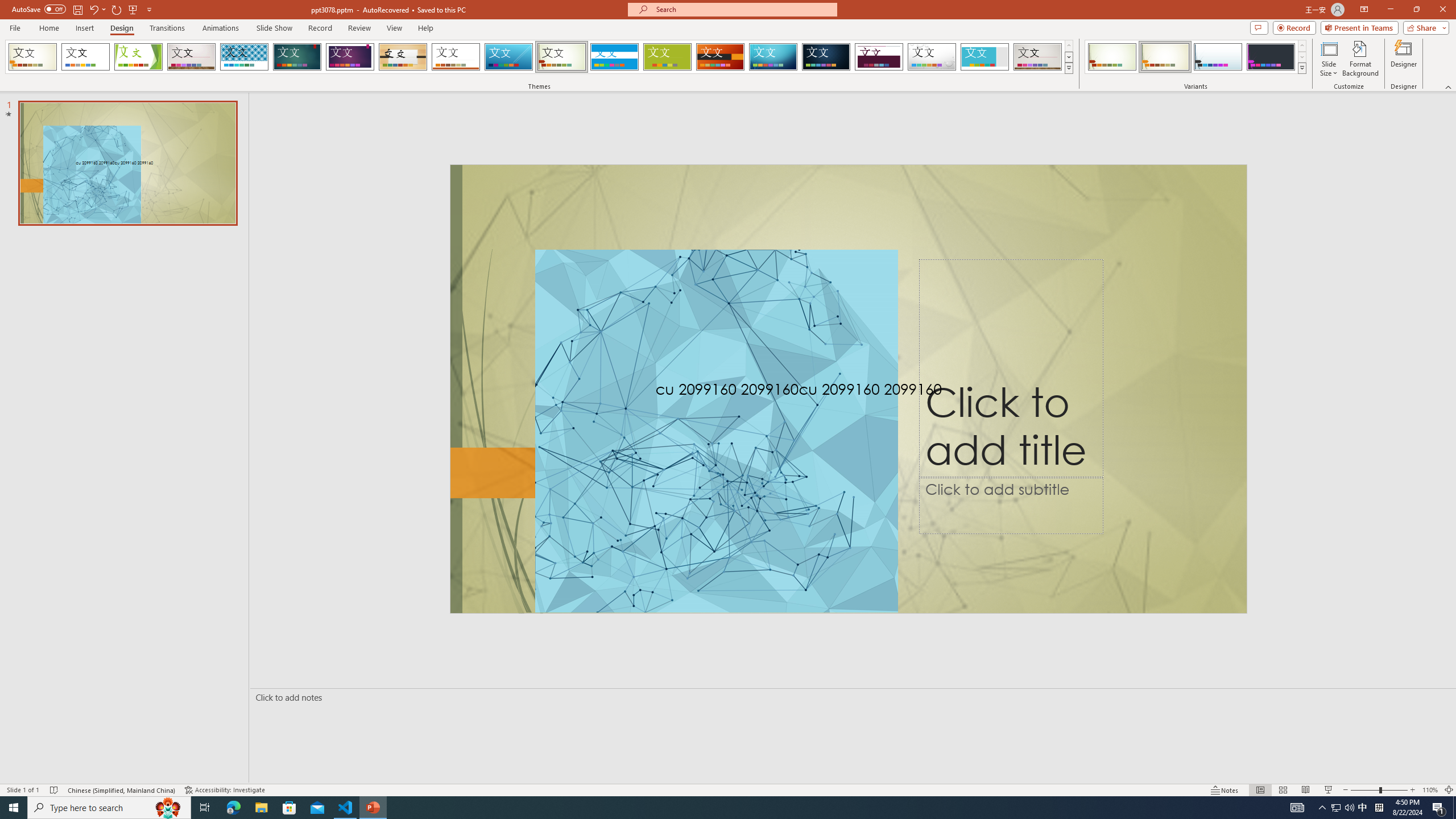  What do you see at coordinates (879, 56) in the screenshot?
I see `'Dividend Loading Preview...'` at bounding box center [879, 56].